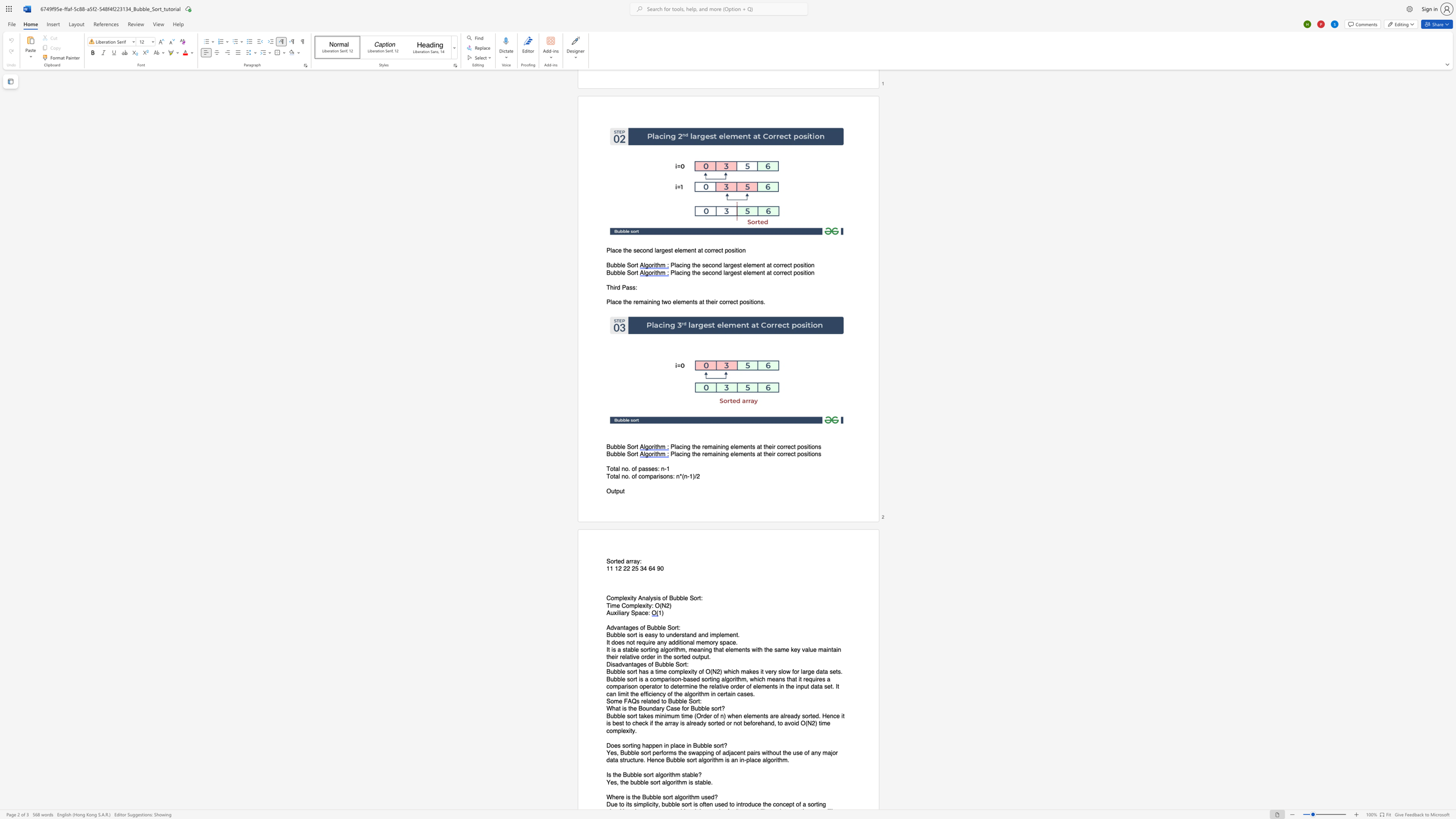 The height and width of the screenshot is (819, 1456). What do you see at coordinates (651, 568) in the screenshot?
I see `the space between the continuous character "6" and "4" in the text` at bounding box center [651, 568].